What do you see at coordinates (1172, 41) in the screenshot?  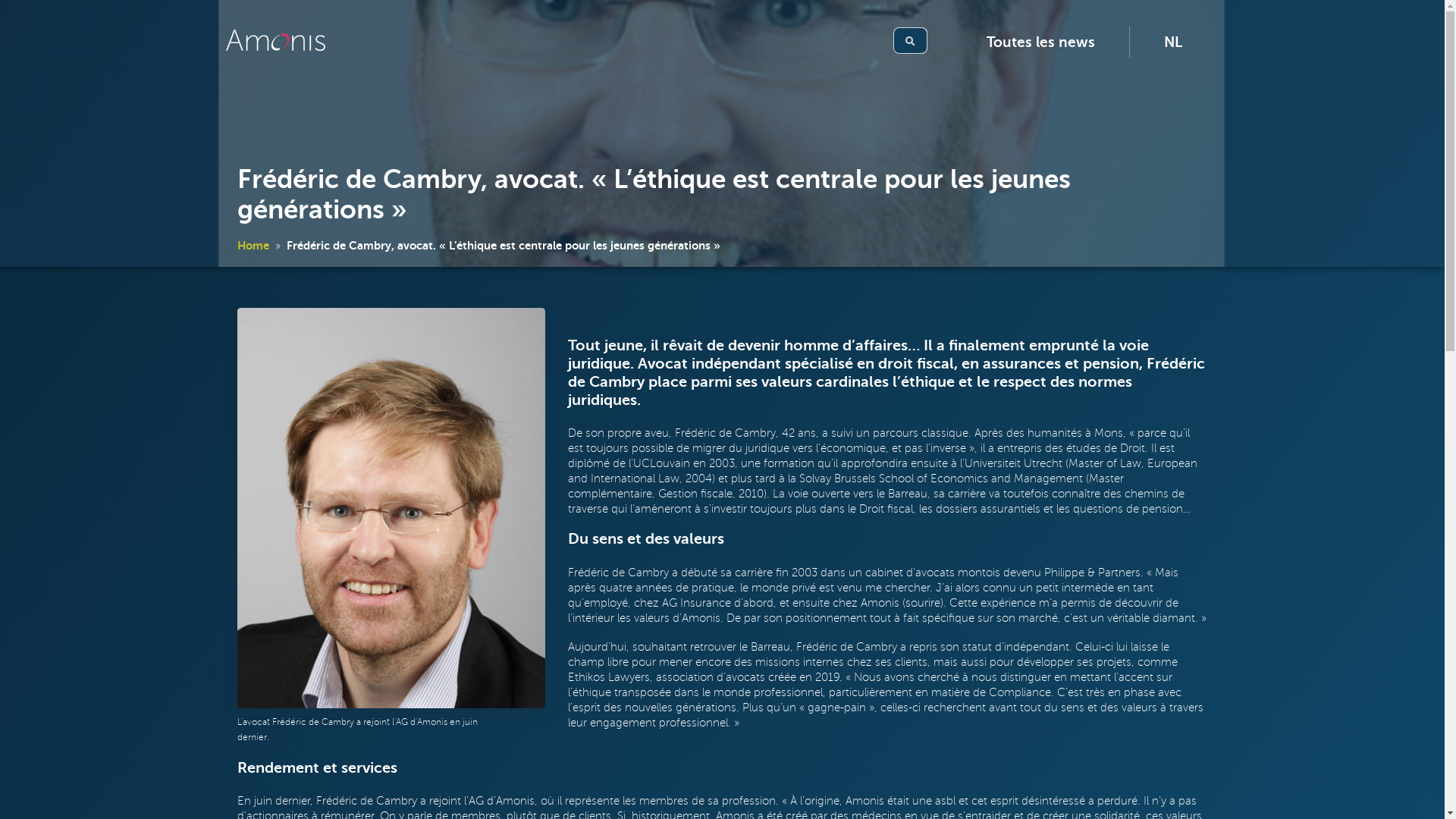 I see `'NL'` at bounding box center [1172, 41].